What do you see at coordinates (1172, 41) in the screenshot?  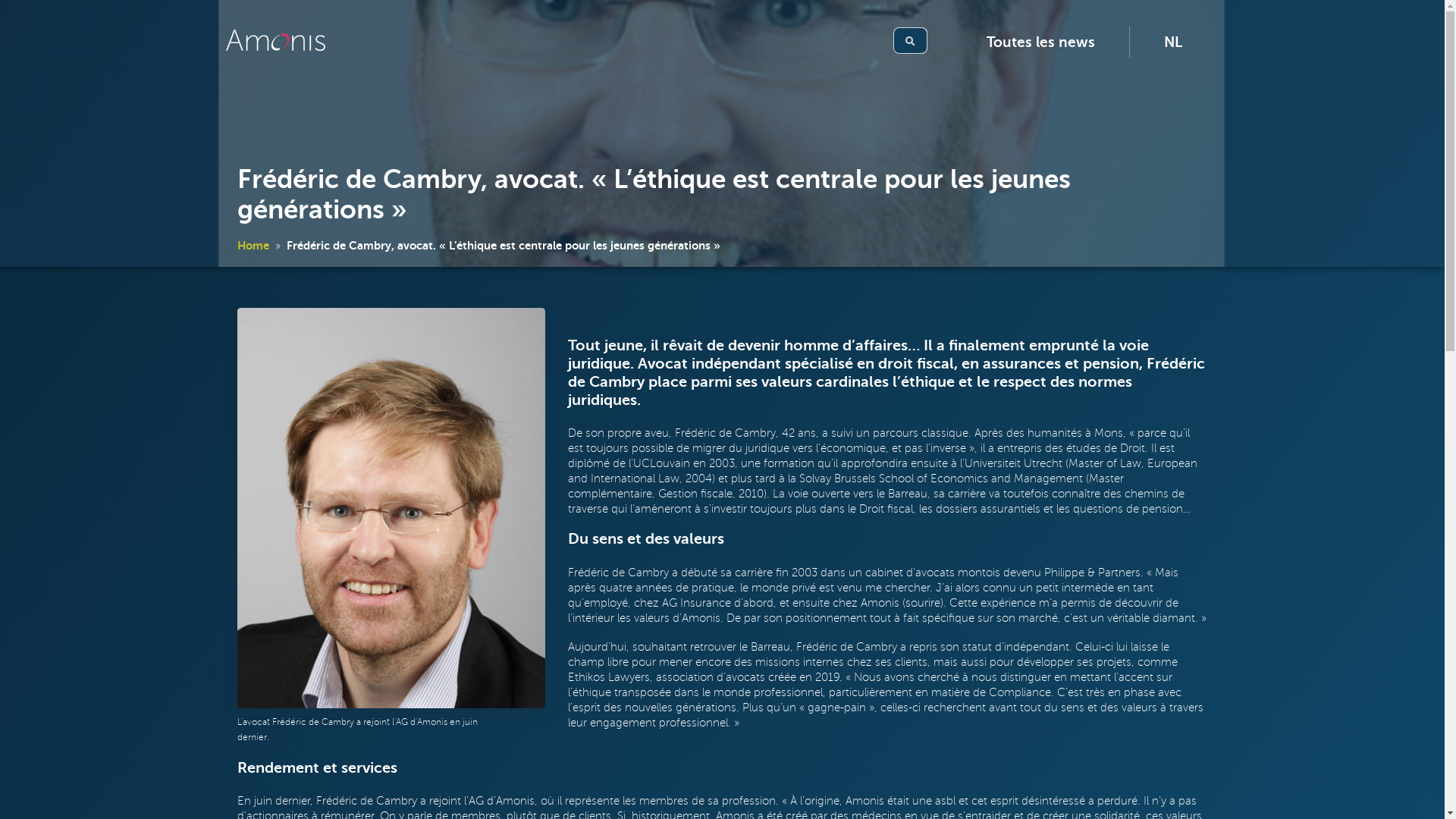 I see `'NL'` at bounding box center [1172, 41].